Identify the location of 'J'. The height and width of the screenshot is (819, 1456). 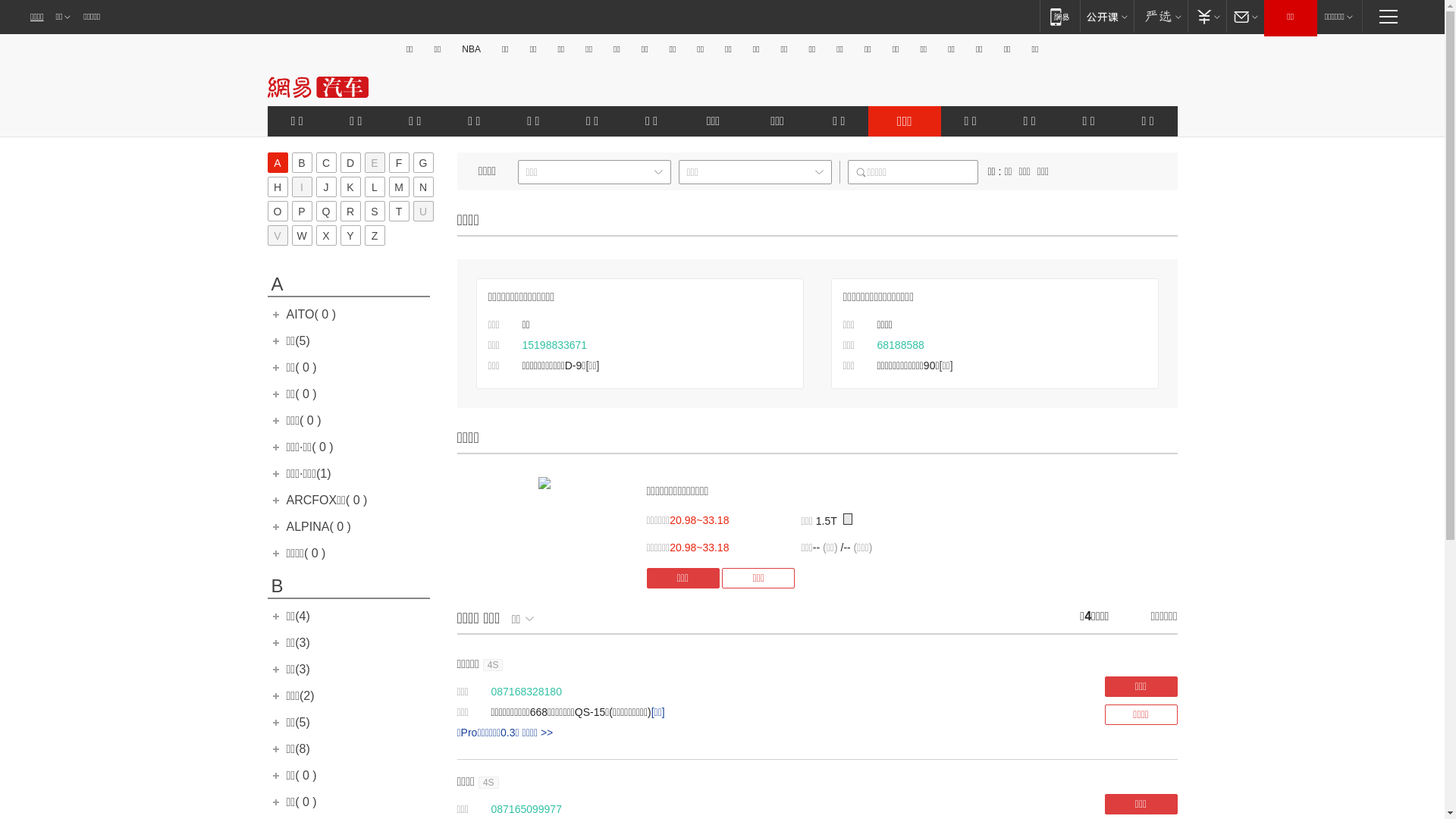
(325, 186).